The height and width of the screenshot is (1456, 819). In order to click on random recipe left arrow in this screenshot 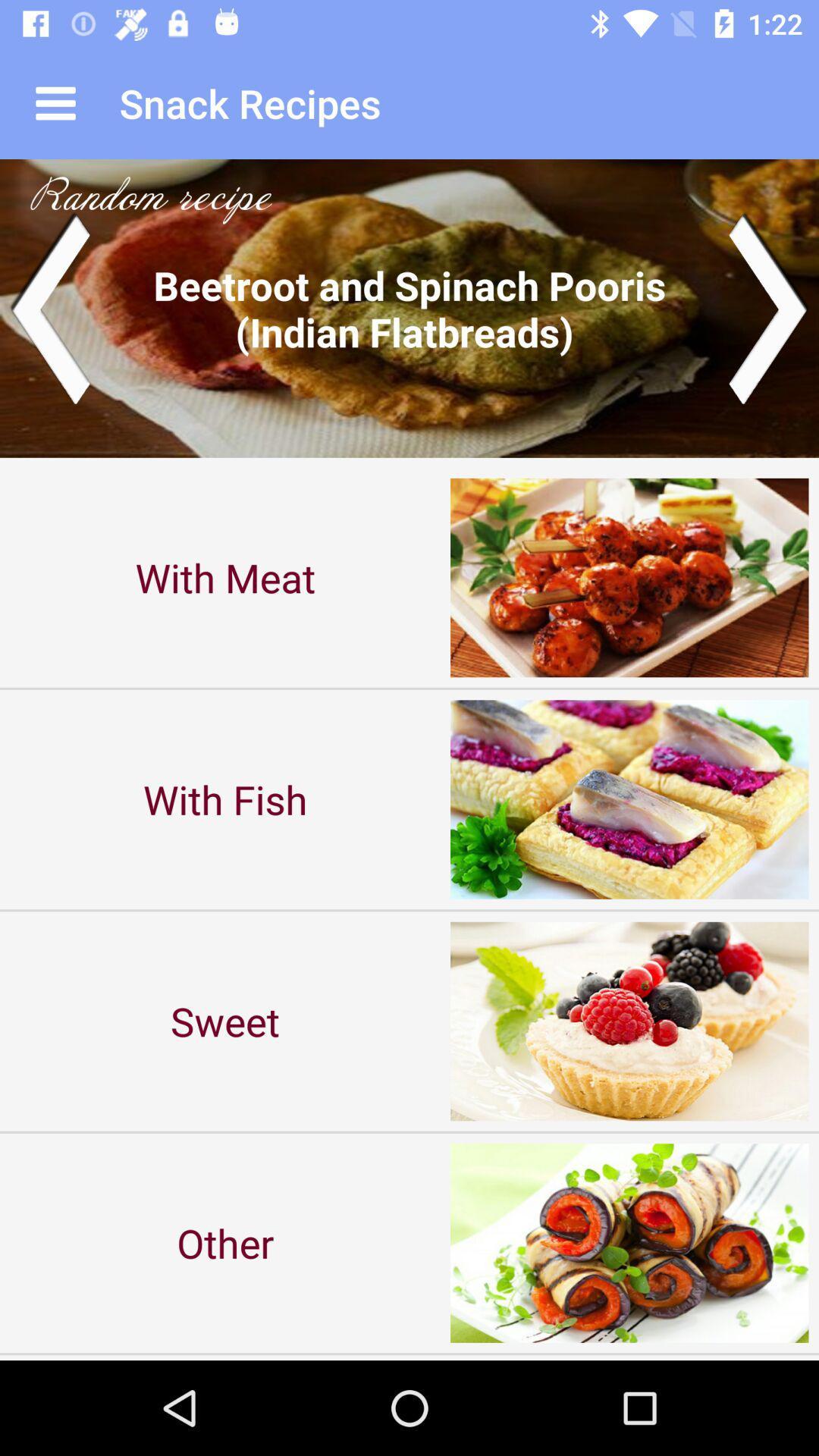, I will do `click(49, 307)`.